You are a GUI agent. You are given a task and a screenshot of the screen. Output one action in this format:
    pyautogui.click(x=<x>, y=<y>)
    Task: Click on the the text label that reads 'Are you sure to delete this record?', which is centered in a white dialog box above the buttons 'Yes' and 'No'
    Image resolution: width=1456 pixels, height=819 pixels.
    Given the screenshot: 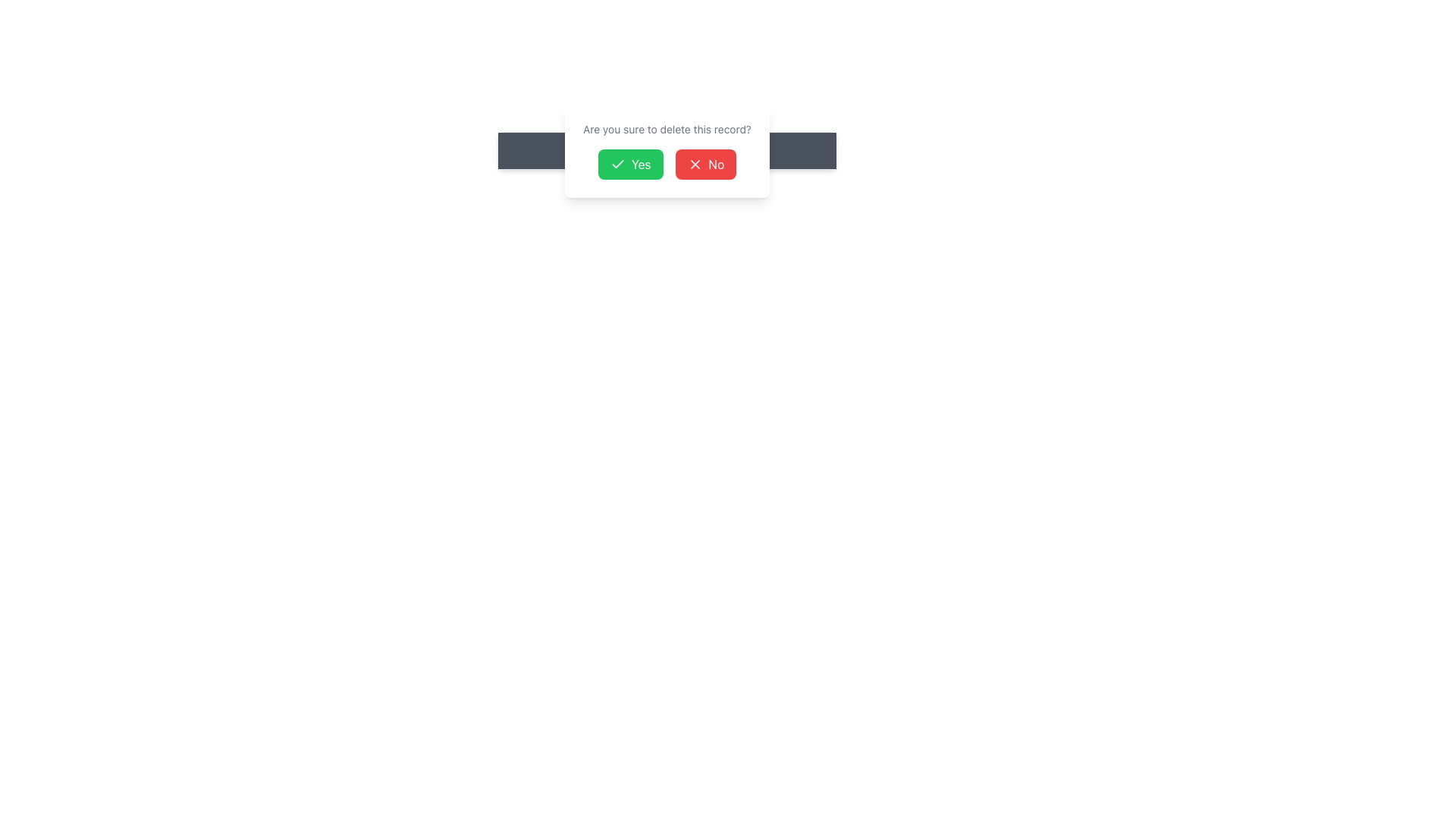 What is the action you would take?
    pyautogui.click(x=667, y=128)
    